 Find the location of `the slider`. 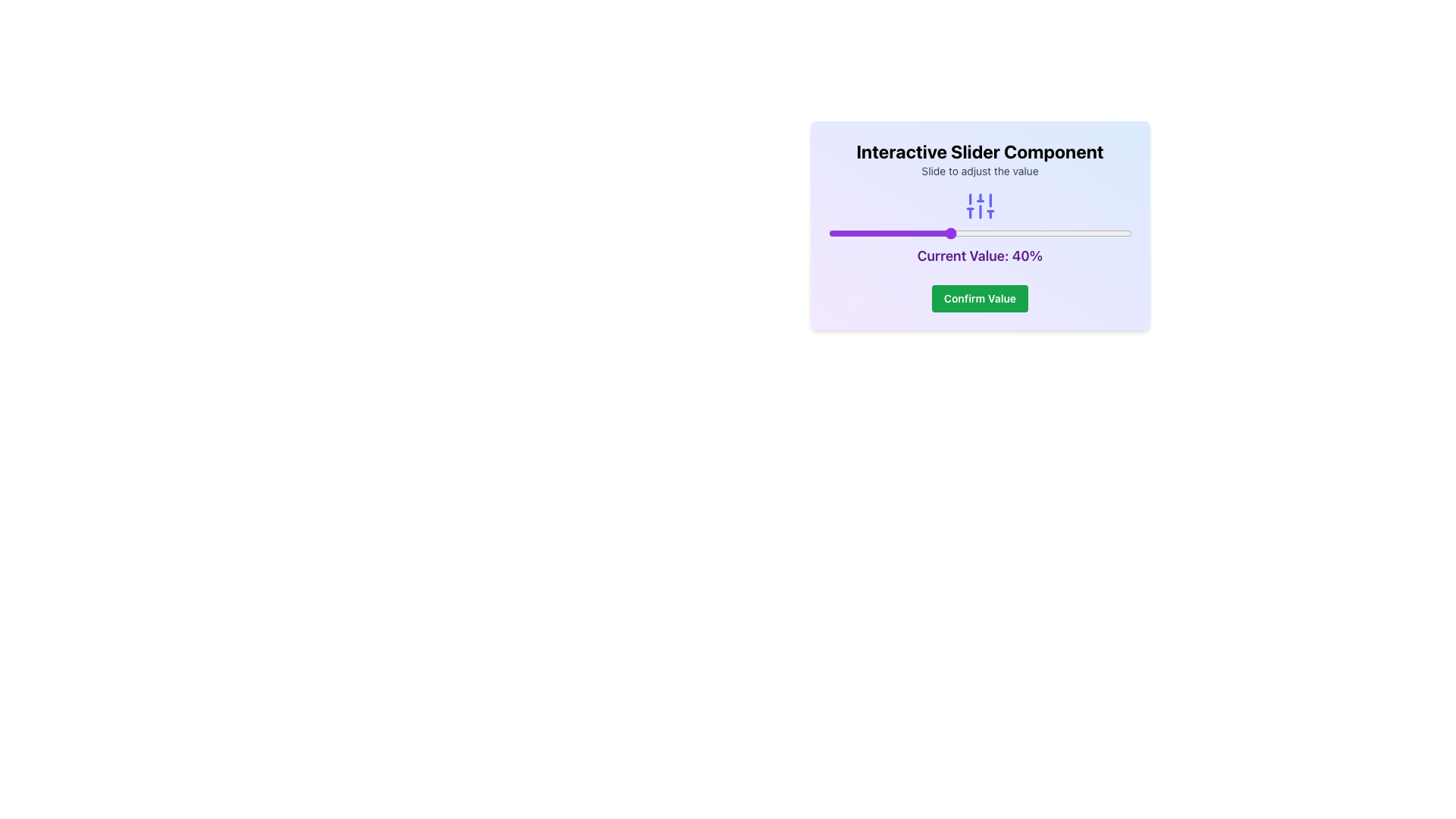

the slider is located at coordinates (1122, 234).